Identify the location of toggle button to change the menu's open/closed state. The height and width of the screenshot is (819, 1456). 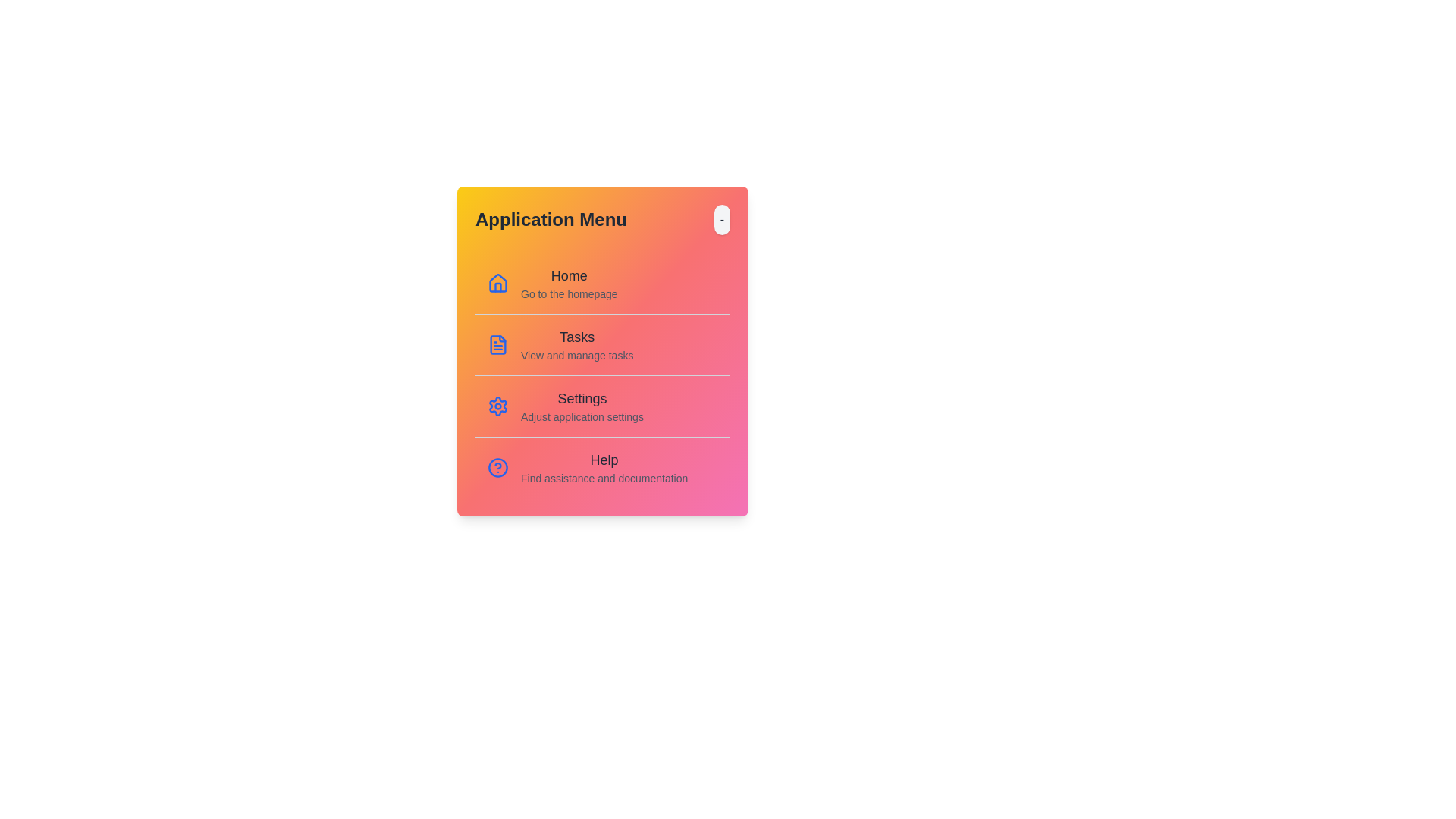
(720, 219).